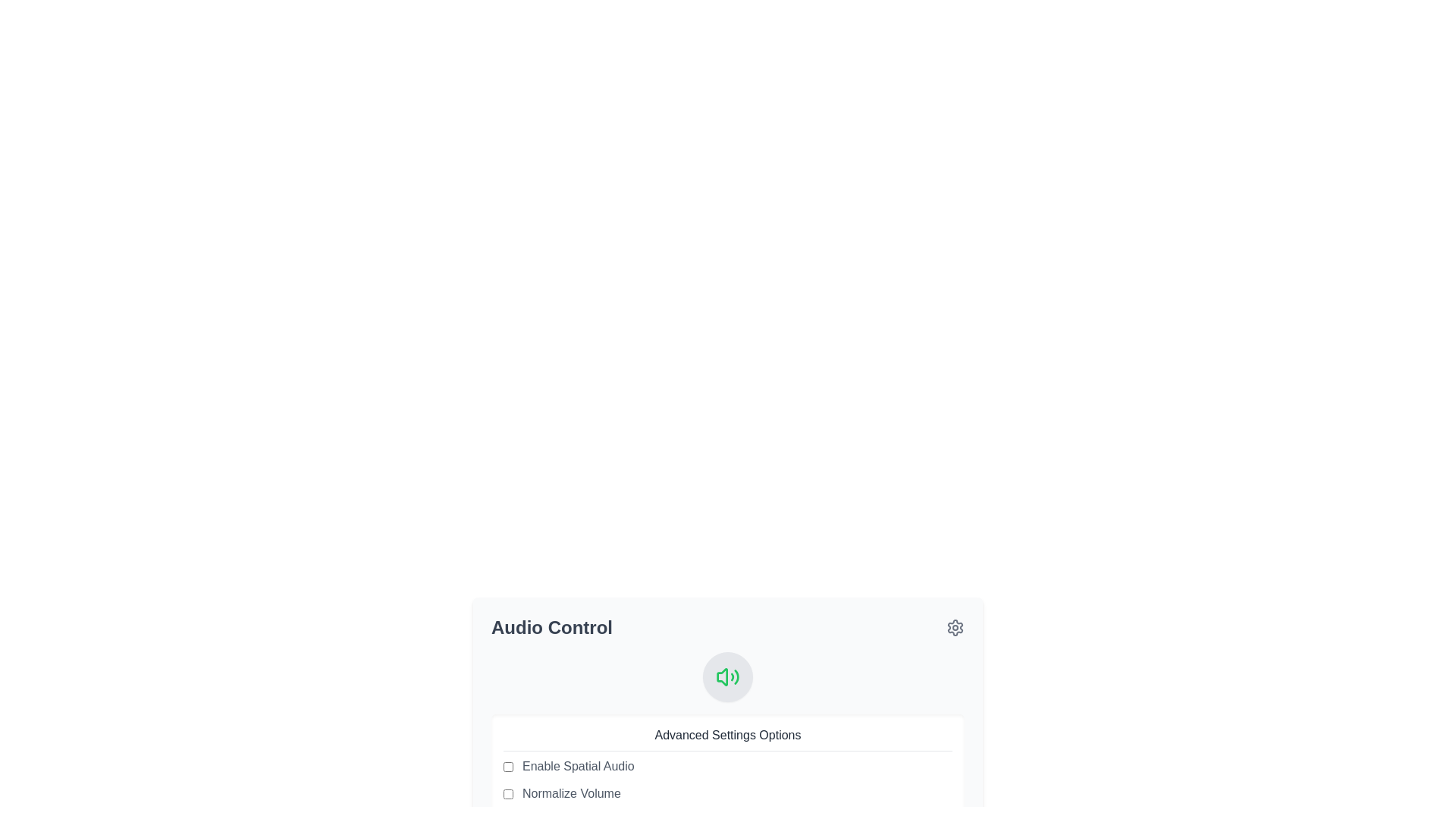 The height and width of the screenshot is (819, 1456). What do you see at coordinates (728, 738) in the screenshot?
I see `the 'Advanced Settings Options' text label, which is styled with a dark gray color and underlined, located at the top of the options panel` at bounding box center [728, 738].